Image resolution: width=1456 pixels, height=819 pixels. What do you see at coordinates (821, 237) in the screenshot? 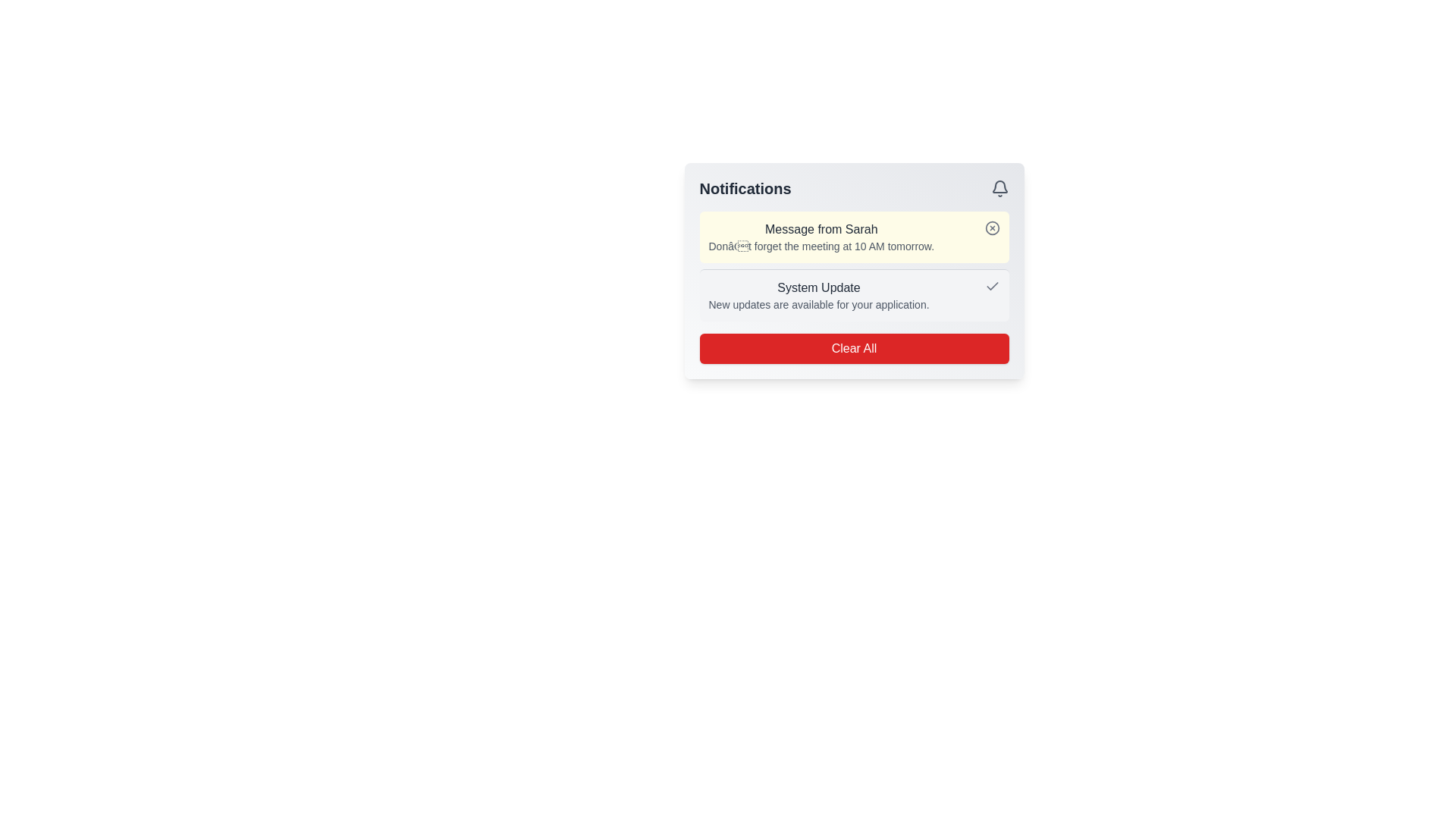
I see `text content of the text block titled 'Message from Sarah' which contains the message 'Don’t forget the meeting at 10 AM tomorrow.'` at bounding box center [821, 237].